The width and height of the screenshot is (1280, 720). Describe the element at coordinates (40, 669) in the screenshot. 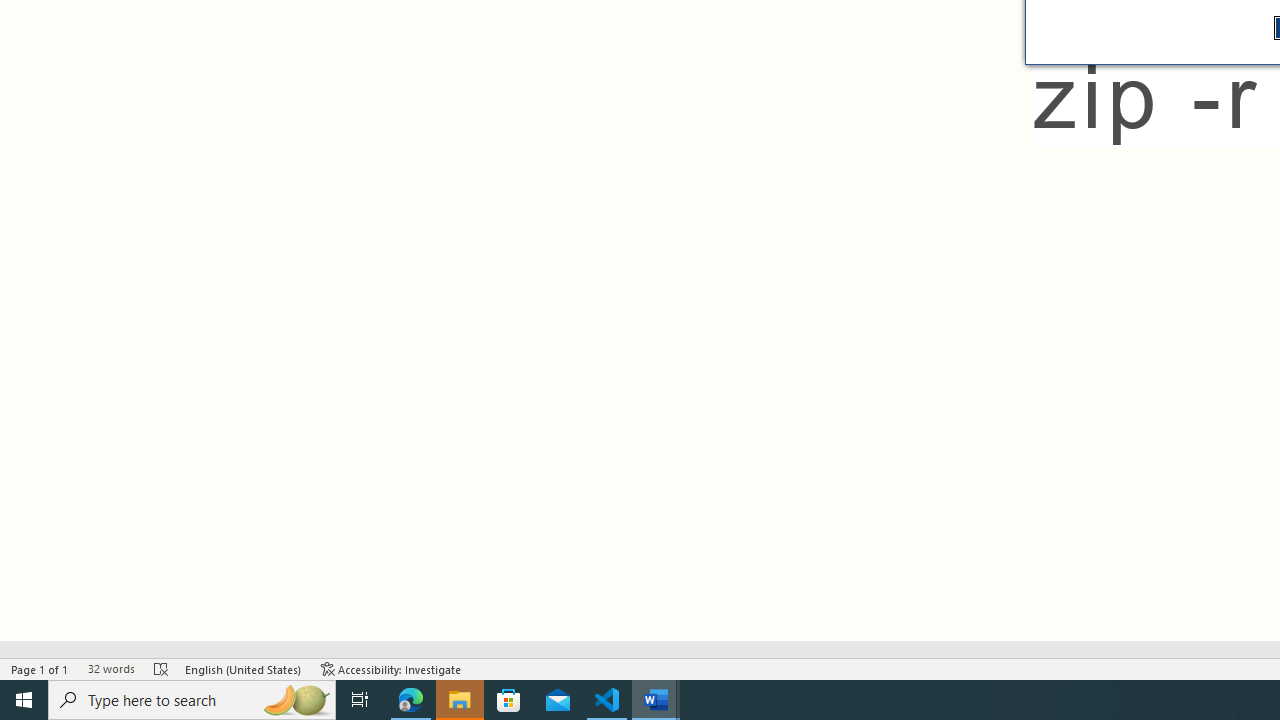

I see `'Page Number Page 1 of 1'` at that location.